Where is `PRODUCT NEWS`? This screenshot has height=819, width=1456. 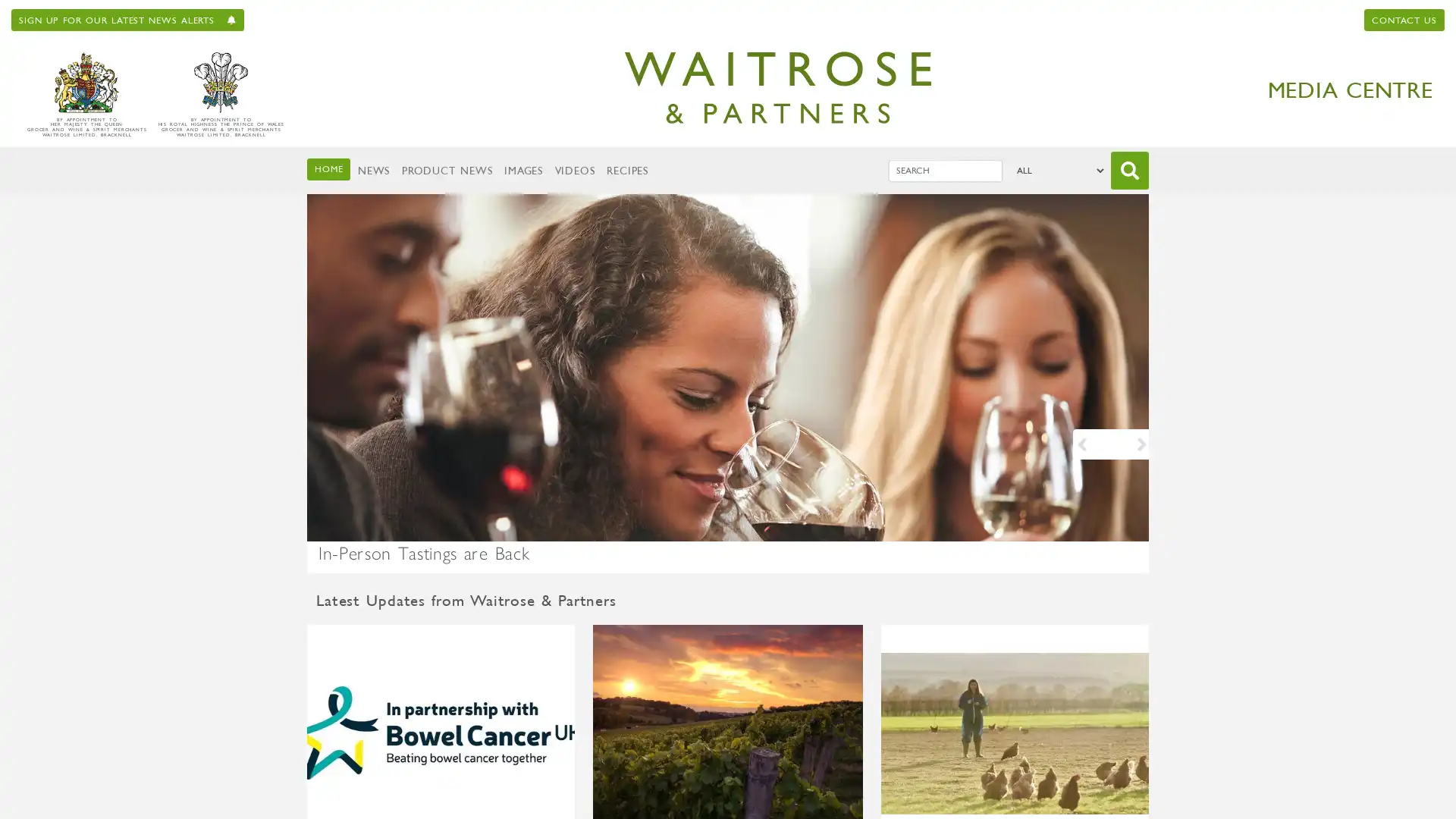
PRODUCT NEWS is located at coordinates (446, 170).